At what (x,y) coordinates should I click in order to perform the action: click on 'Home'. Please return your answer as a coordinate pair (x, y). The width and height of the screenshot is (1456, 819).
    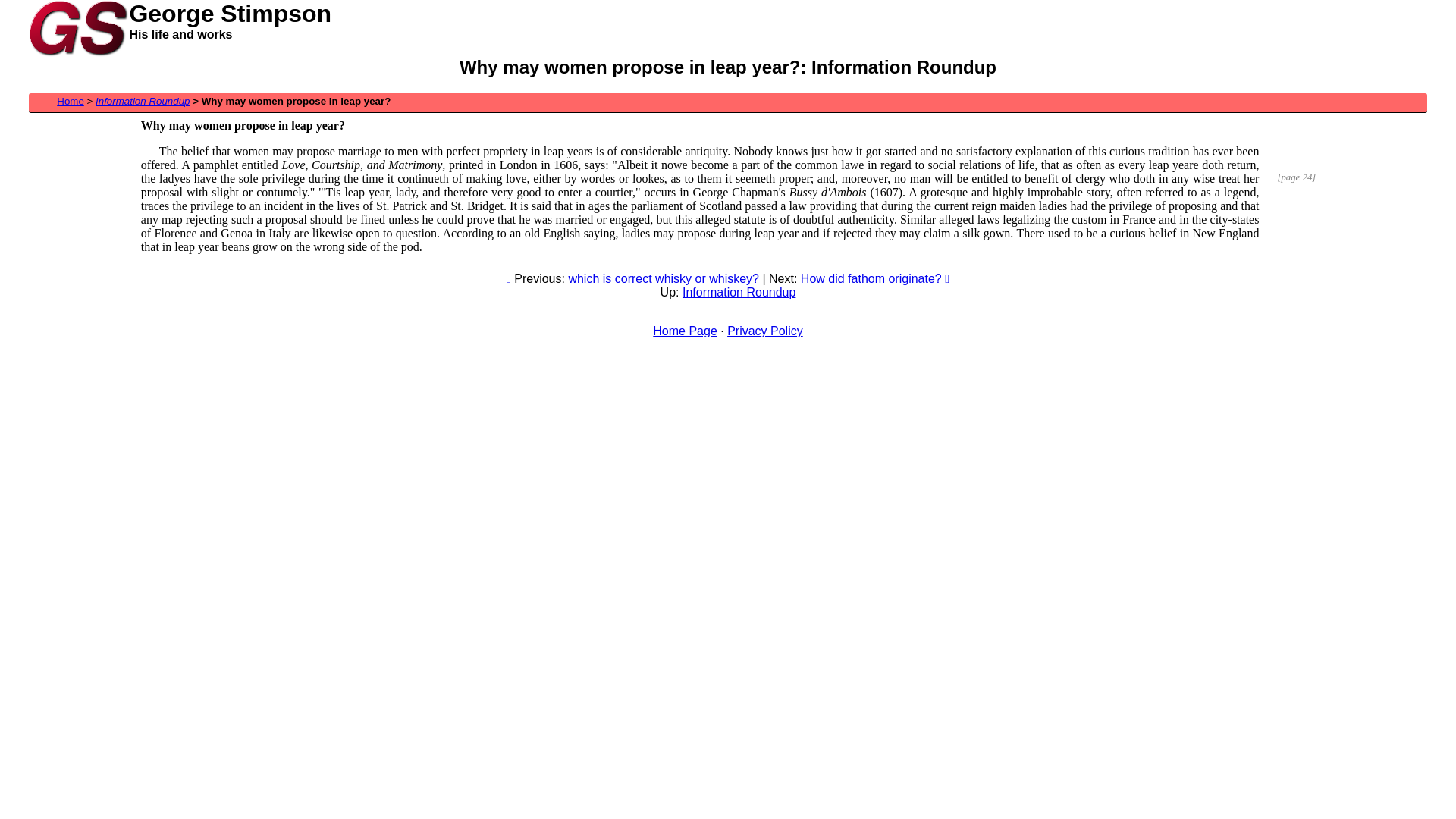
    Looking at the image, I should click on (69, 101).